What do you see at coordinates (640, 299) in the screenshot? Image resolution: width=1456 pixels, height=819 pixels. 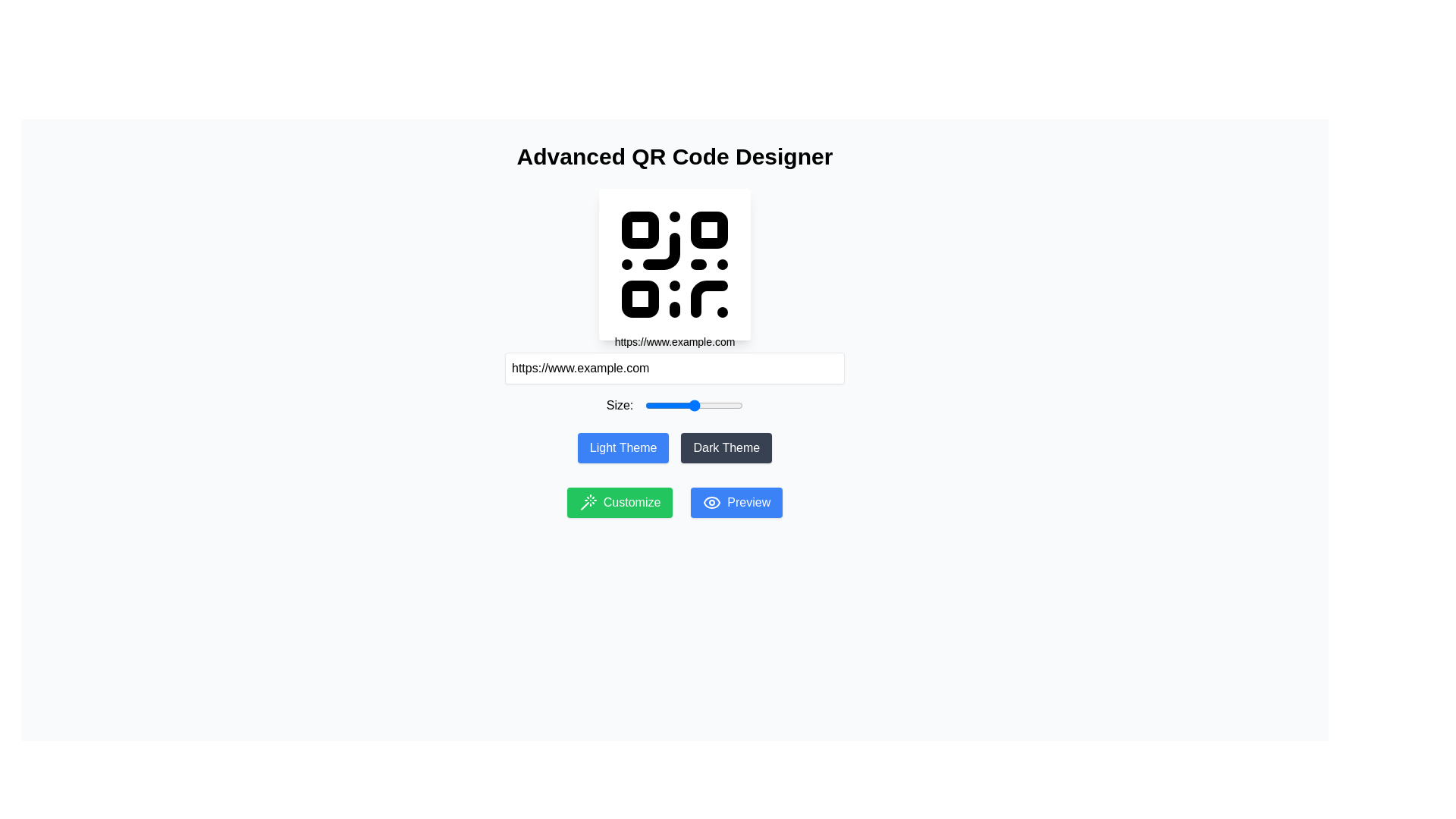 I see `the third square in the QR Code graphic, located in the bottom-left corner of the design to enhance its readability by QR Code scanners` at bounding box center [640, 299].